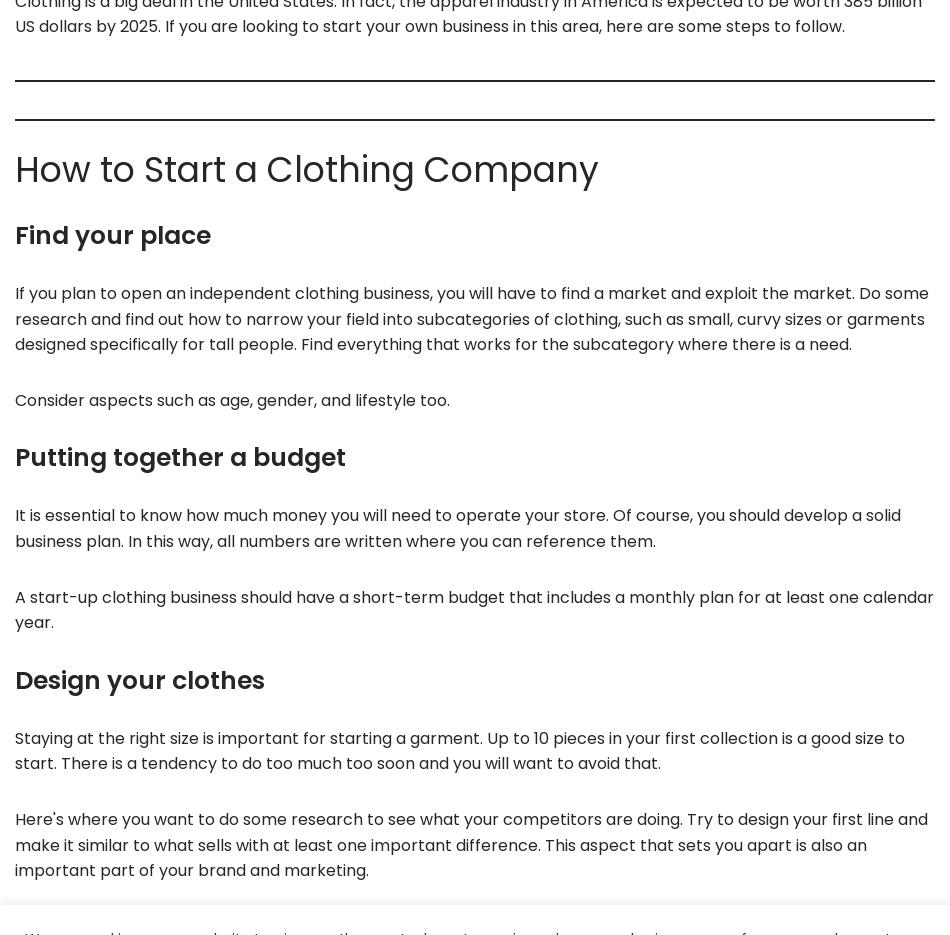  What do you see at coordinates (456, 527) in the screenshot?
I see `'It is essential to know how much money you will need to operate your store. Of course, you should develop a solid business plan. In this way, all numbers are written where you can reference them.'` at bounding box center [456, 527].